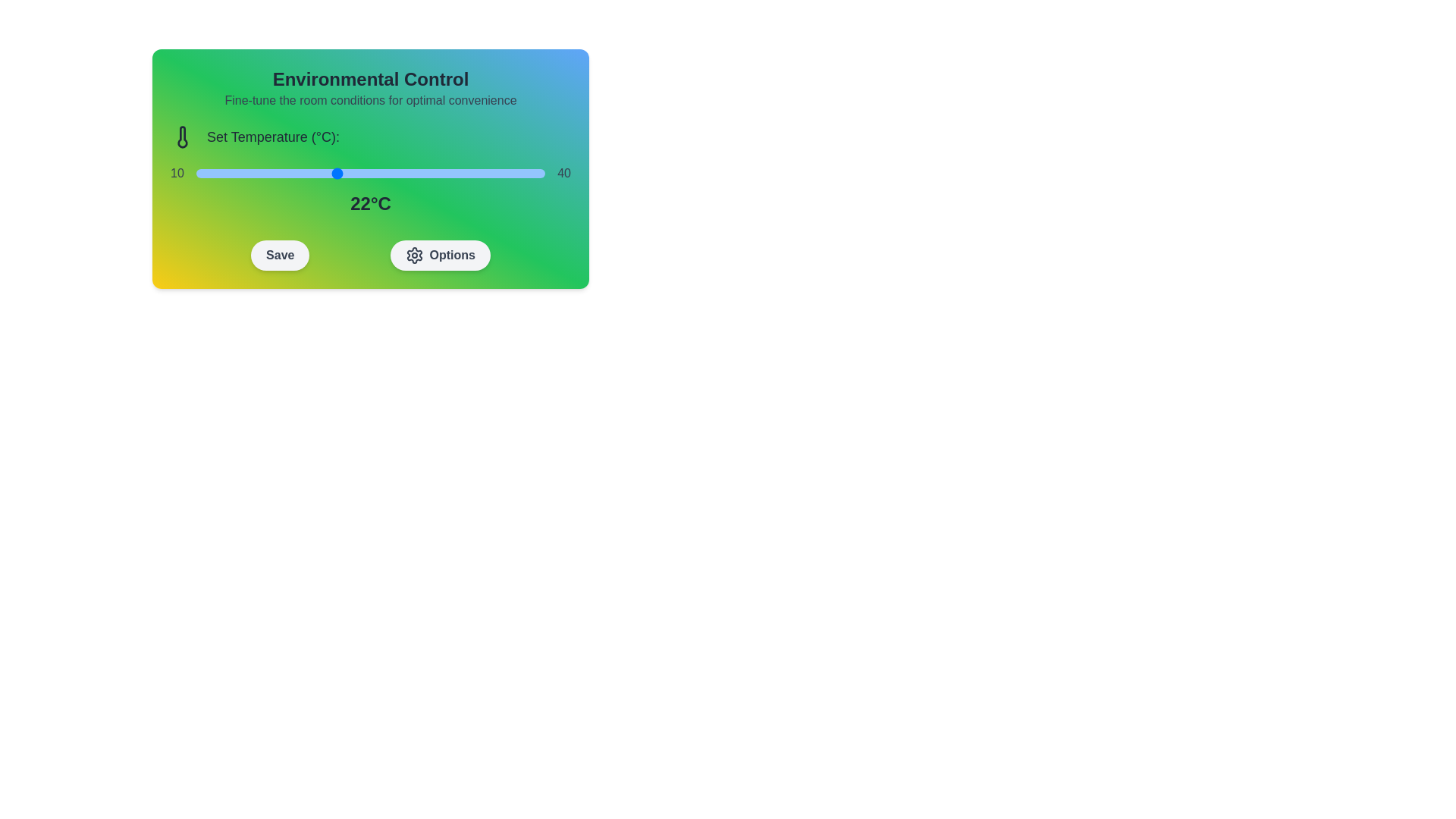 Image resolution: width=1456 pixels, height=819 pixels. Describe the element at coordinates (371, 100) in the screenshot. I see `the static text descriptor located beneath the title 'Environmental Control', which provides guidance about the settings below` at that location.